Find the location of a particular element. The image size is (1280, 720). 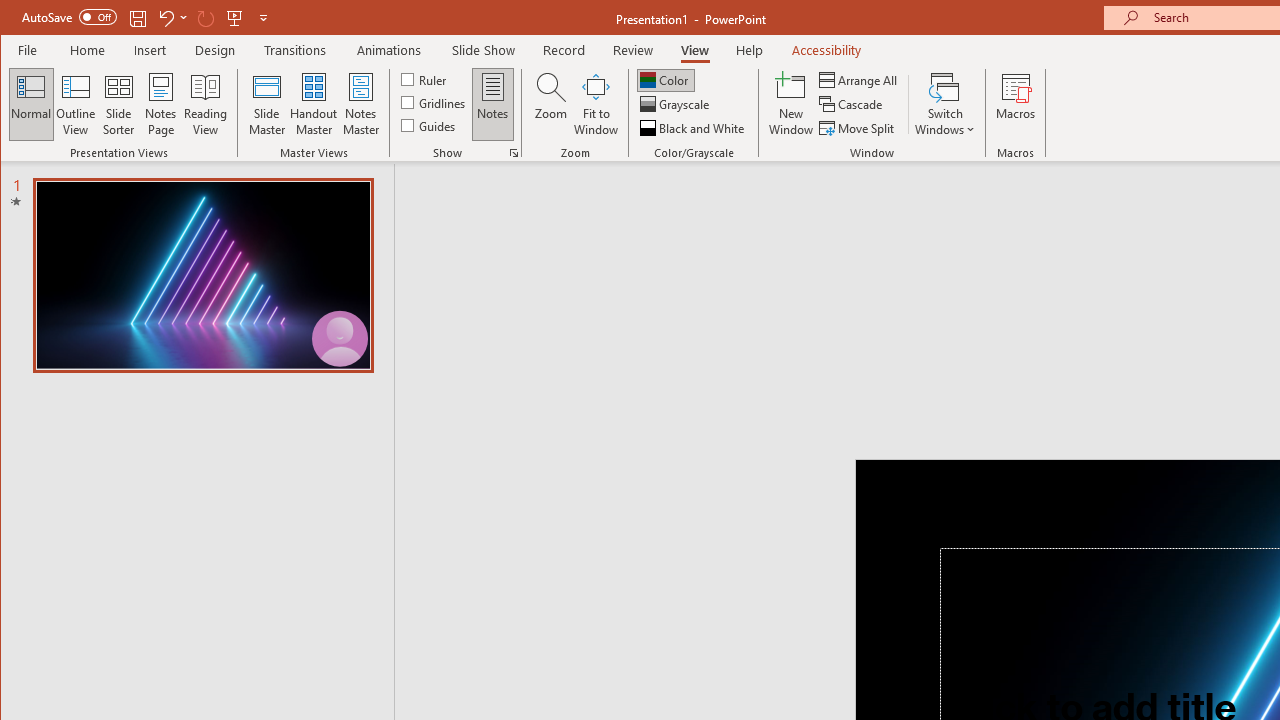

'Switch Windows' is located at coordinates (944, 104).